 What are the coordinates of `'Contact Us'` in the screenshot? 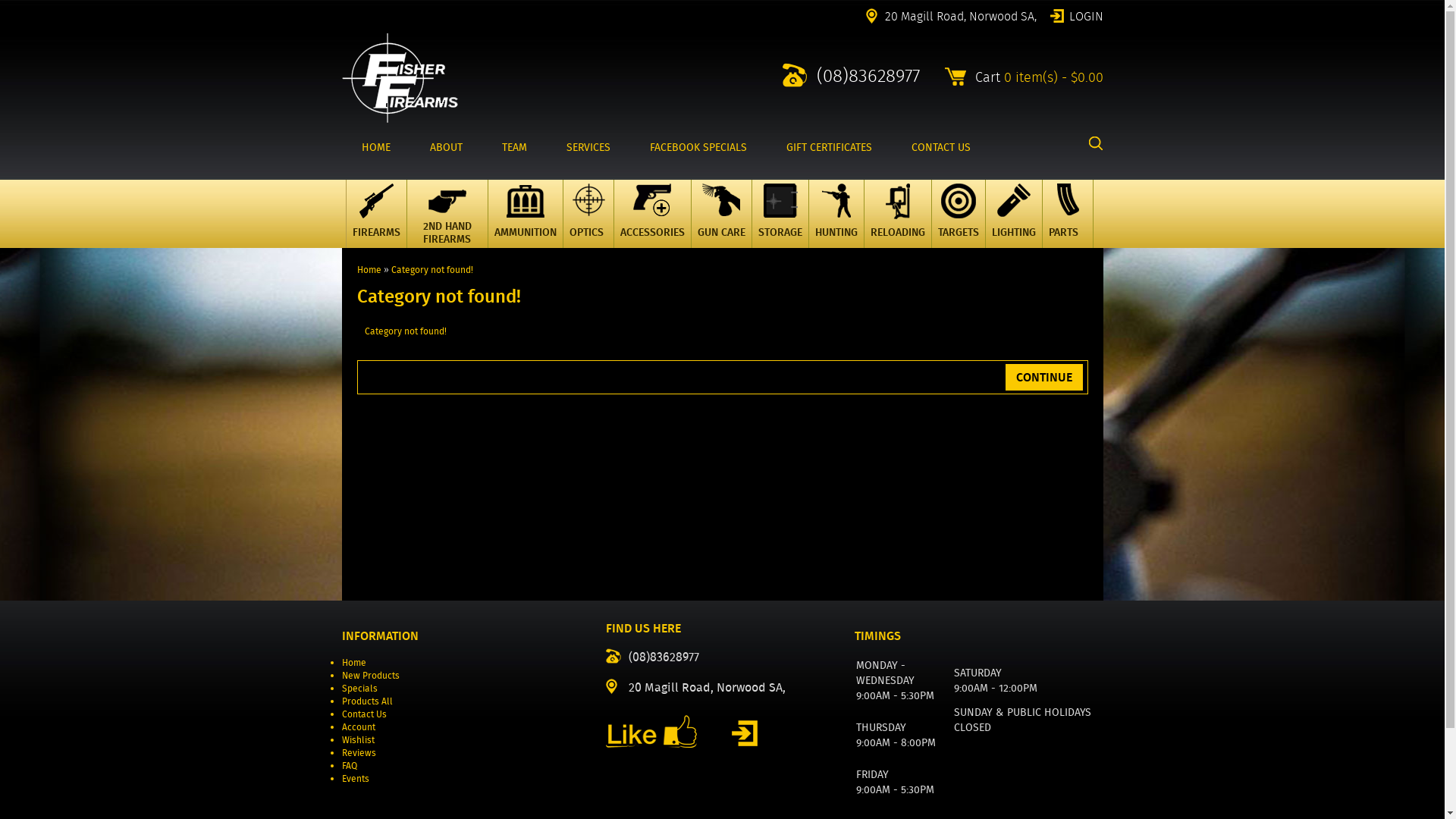 It's located at (340, 714).